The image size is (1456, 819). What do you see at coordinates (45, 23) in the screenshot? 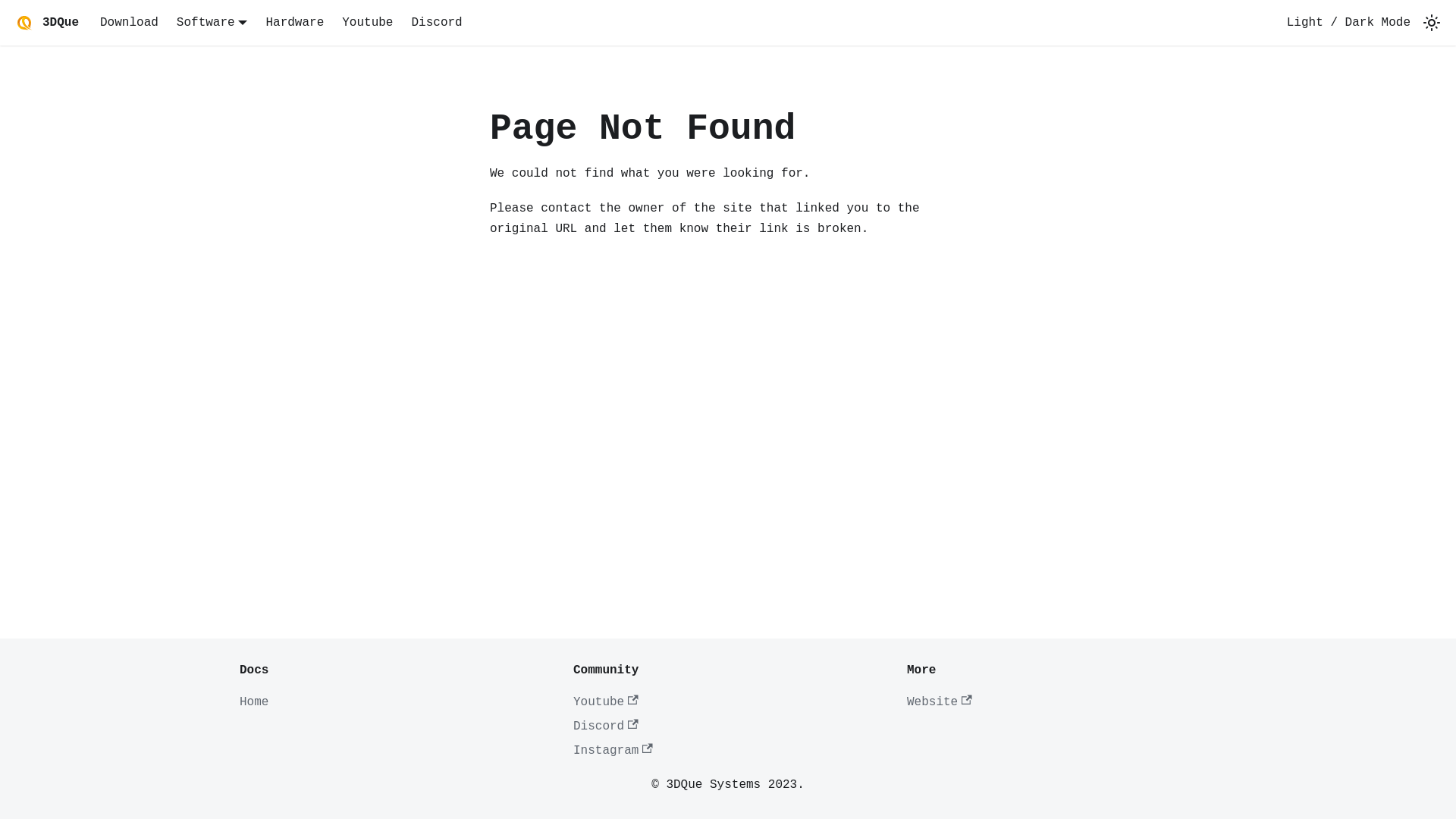
I see `'3DQue'` at bounding box center [45, 23].